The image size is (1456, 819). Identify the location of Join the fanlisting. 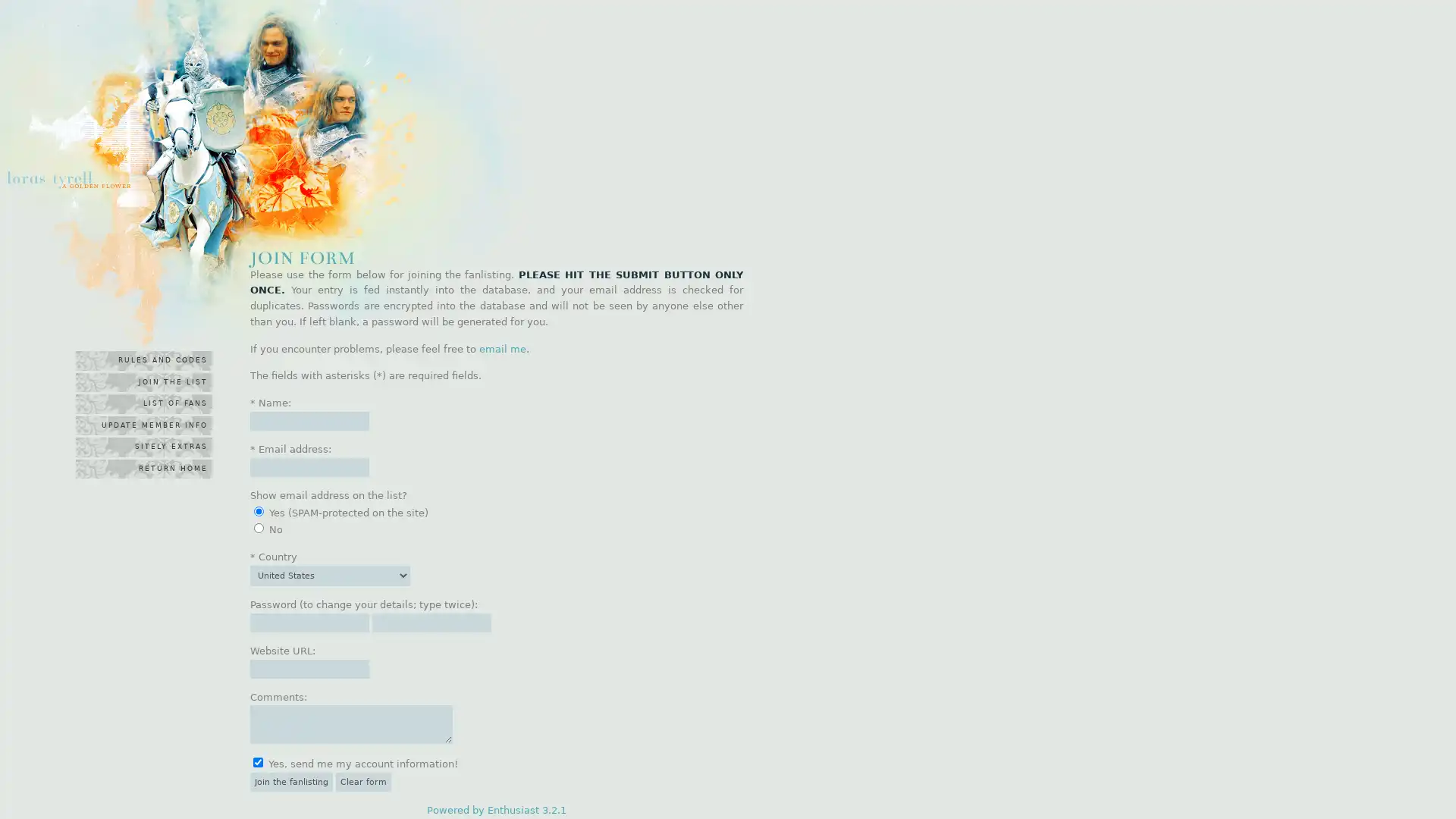
(291, 782).